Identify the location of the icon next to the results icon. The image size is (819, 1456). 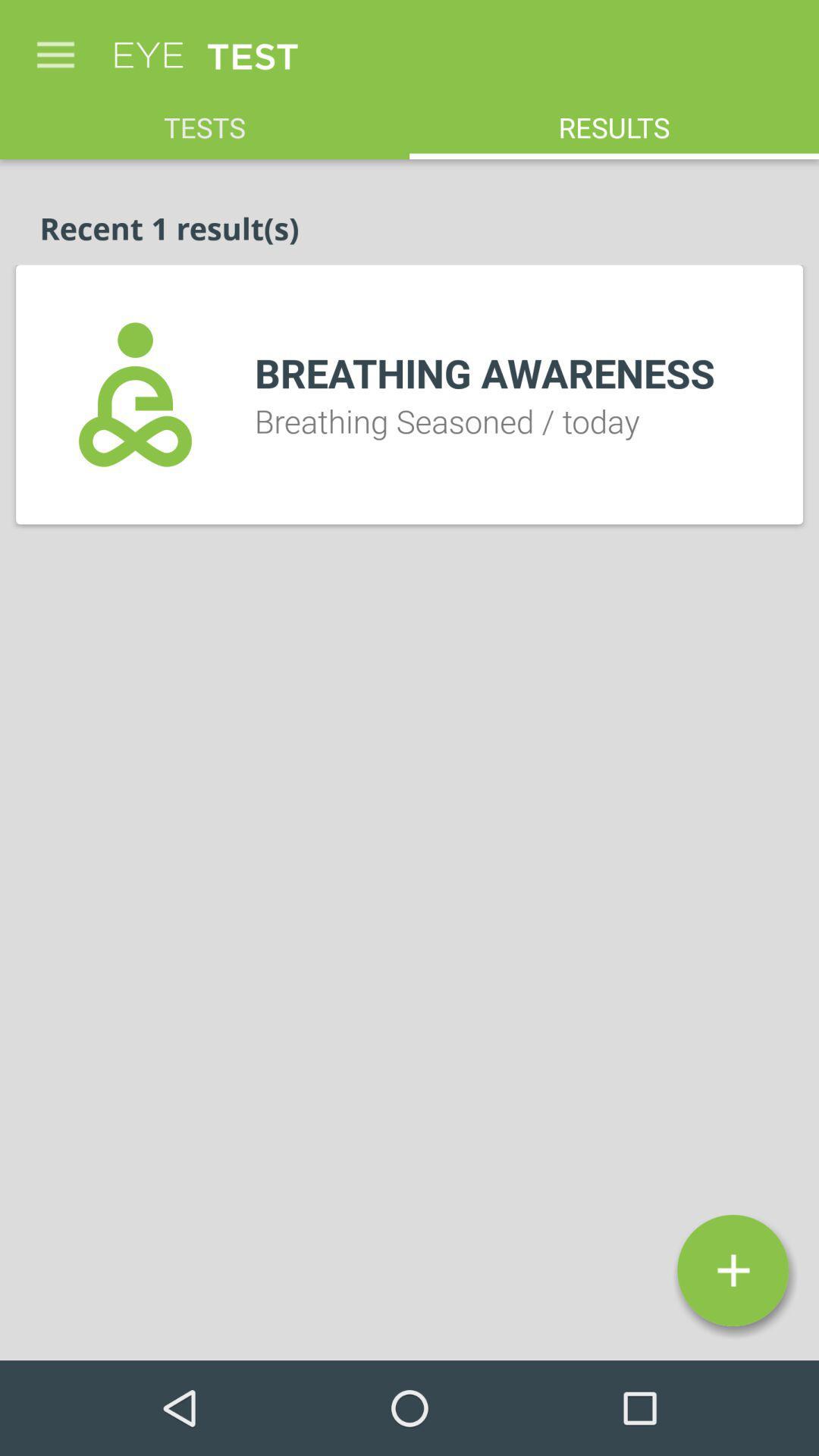
(205, 118).